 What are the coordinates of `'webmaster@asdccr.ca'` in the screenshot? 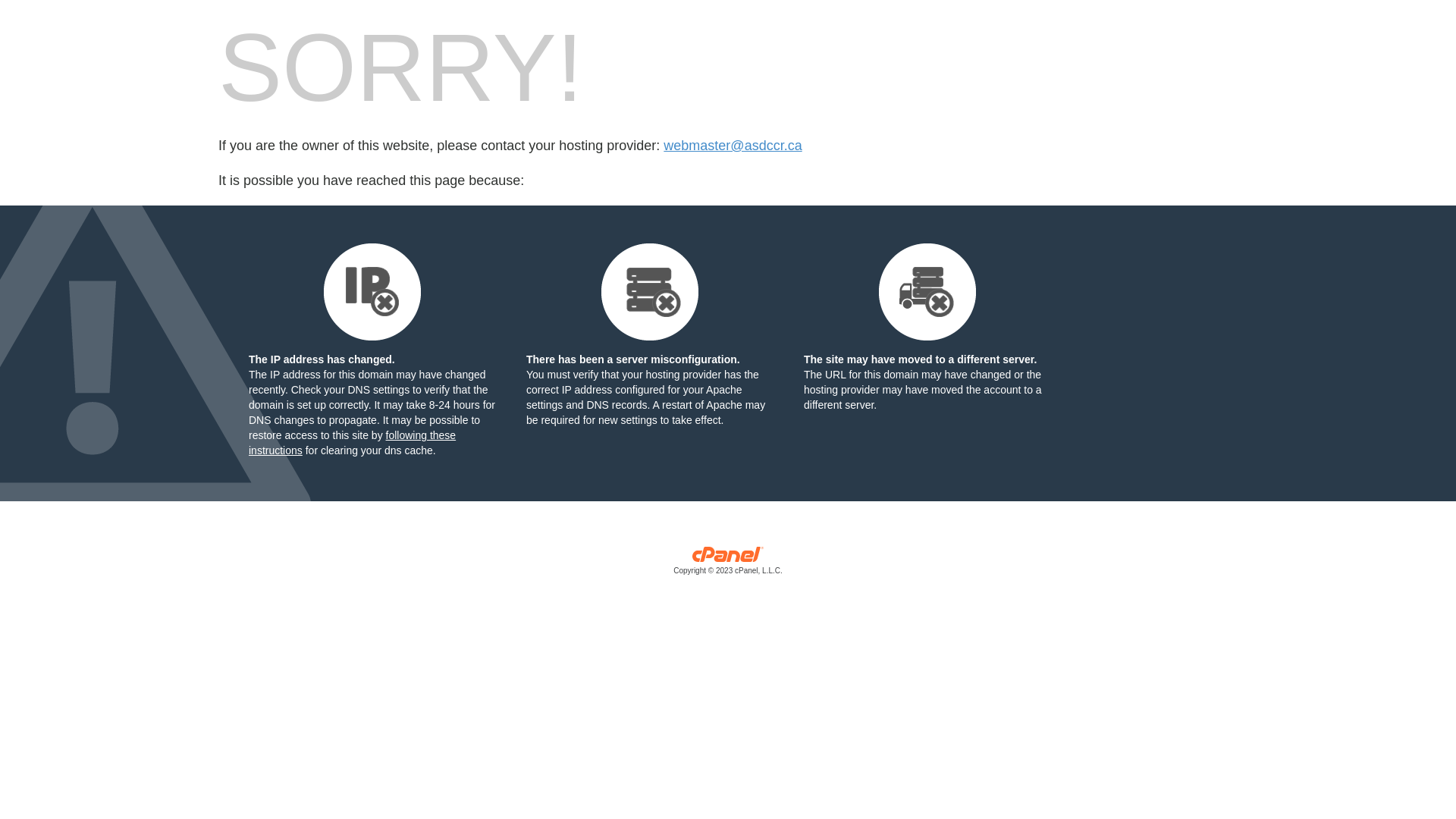 It's located at (732, 146).